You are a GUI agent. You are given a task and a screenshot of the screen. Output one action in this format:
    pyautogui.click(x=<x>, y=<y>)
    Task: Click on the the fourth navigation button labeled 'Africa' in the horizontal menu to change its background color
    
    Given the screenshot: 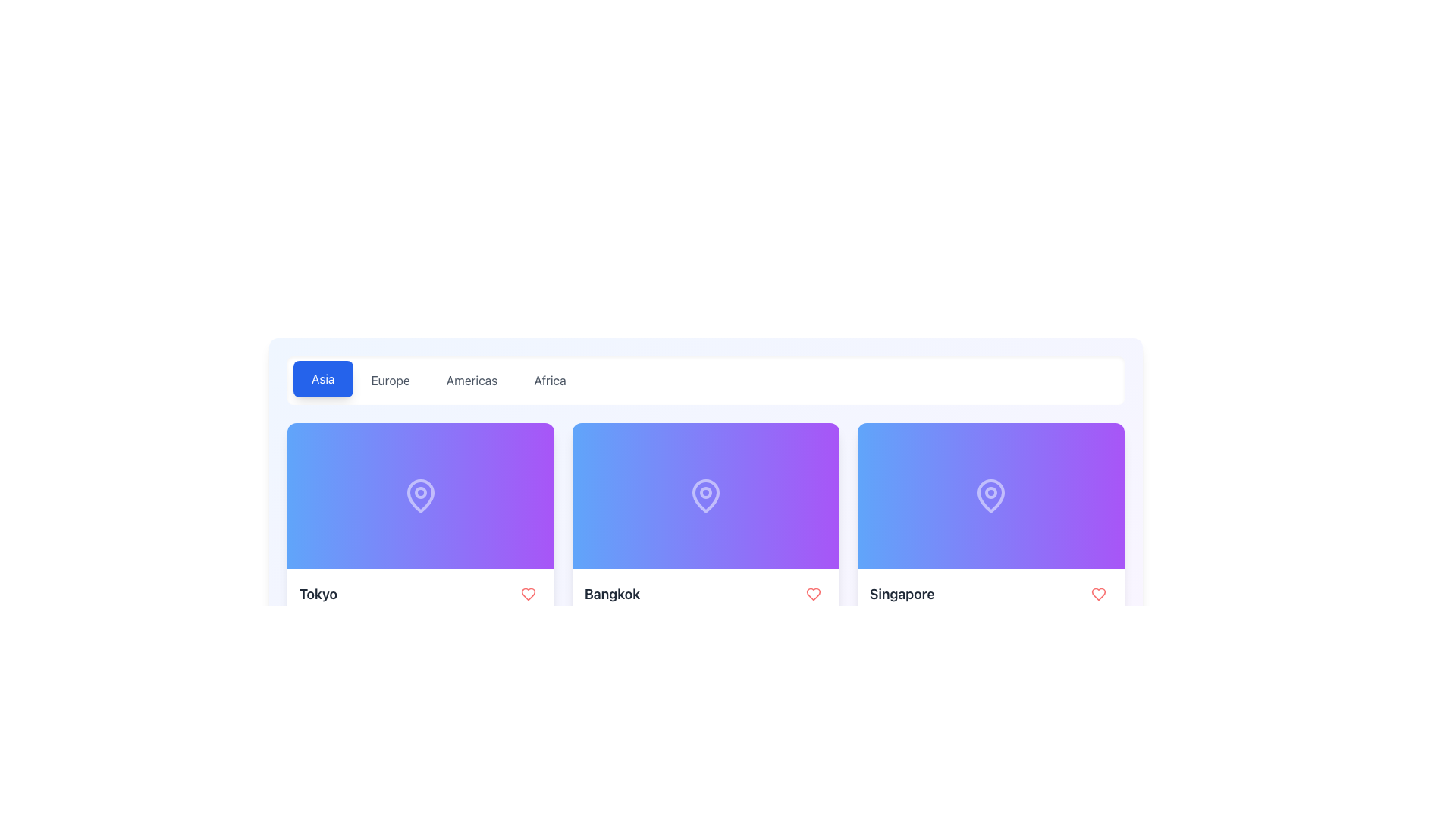 What is the action you would take?
    pyautogui.click(x=549, y=379)
    